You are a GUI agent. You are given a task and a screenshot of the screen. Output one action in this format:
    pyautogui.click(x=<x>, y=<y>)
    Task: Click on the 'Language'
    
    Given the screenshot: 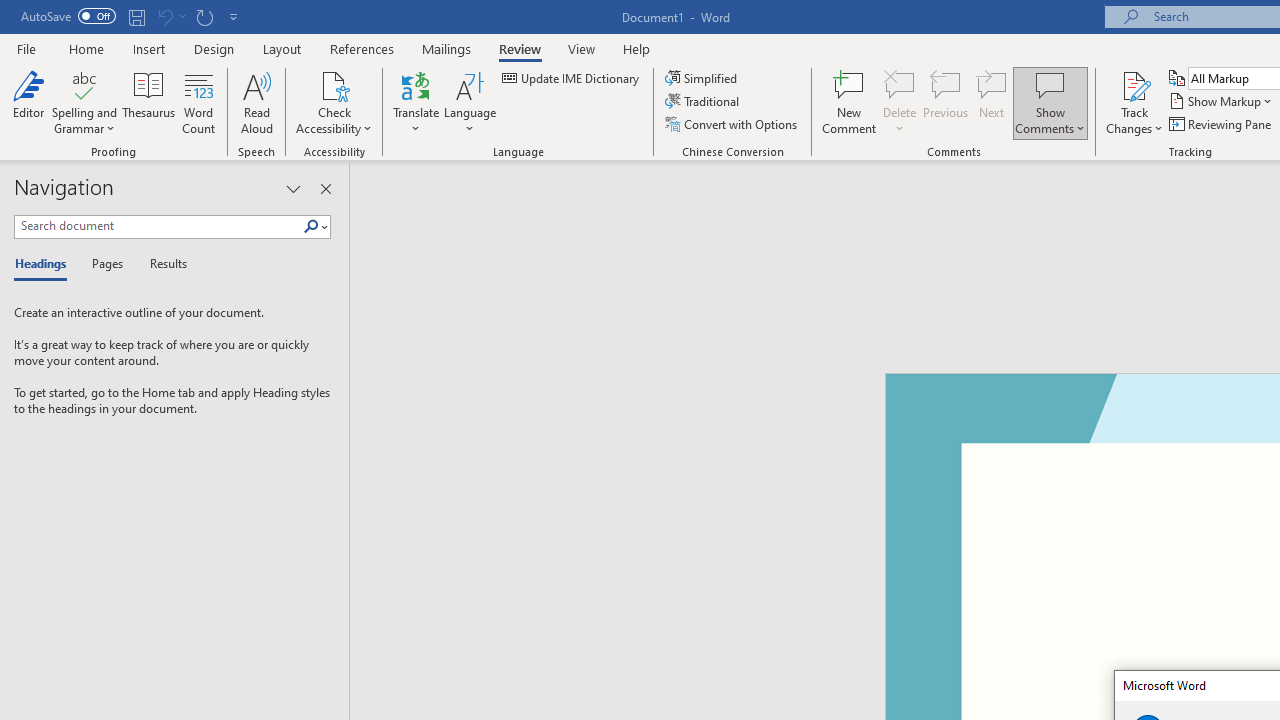 What is the action you would take?
    pyautogui.click(x=469, y=103)
    